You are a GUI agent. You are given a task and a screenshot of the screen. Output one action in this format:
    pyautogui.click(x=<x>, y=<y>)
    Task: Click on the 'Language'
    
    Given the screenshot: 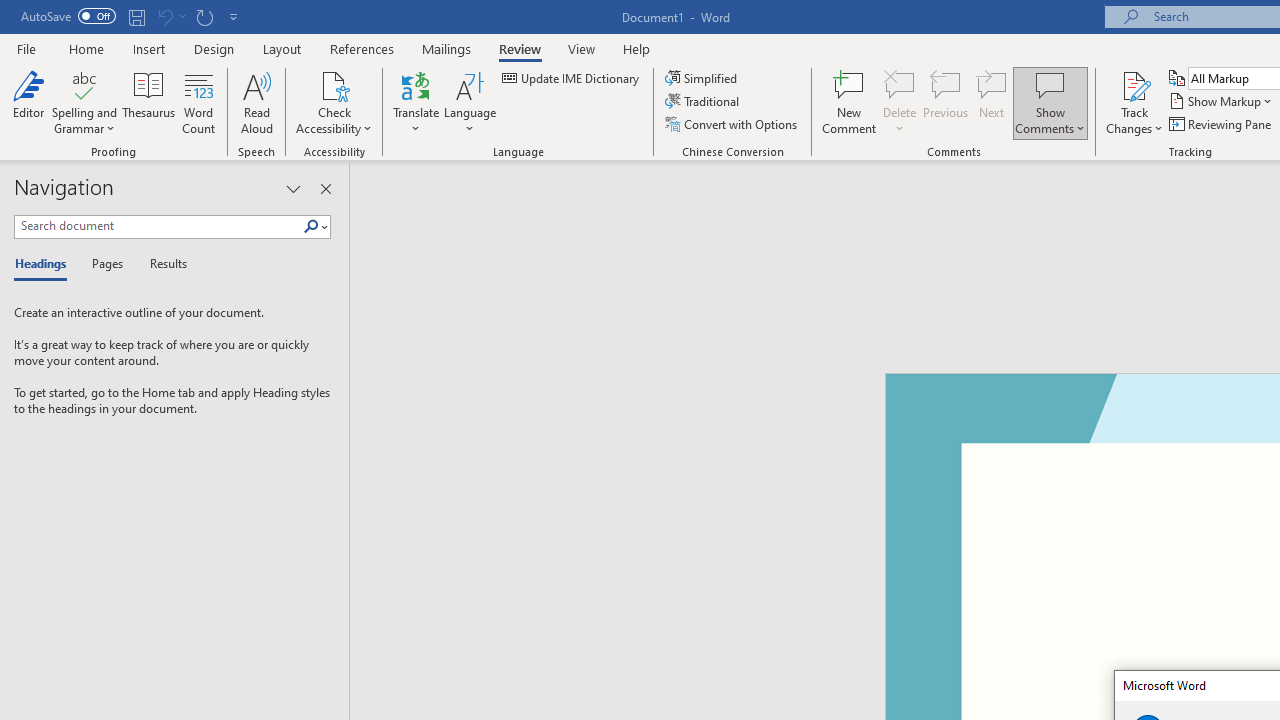 What is the action you would take?
    pyautogui.click(x=469, y=103)
    